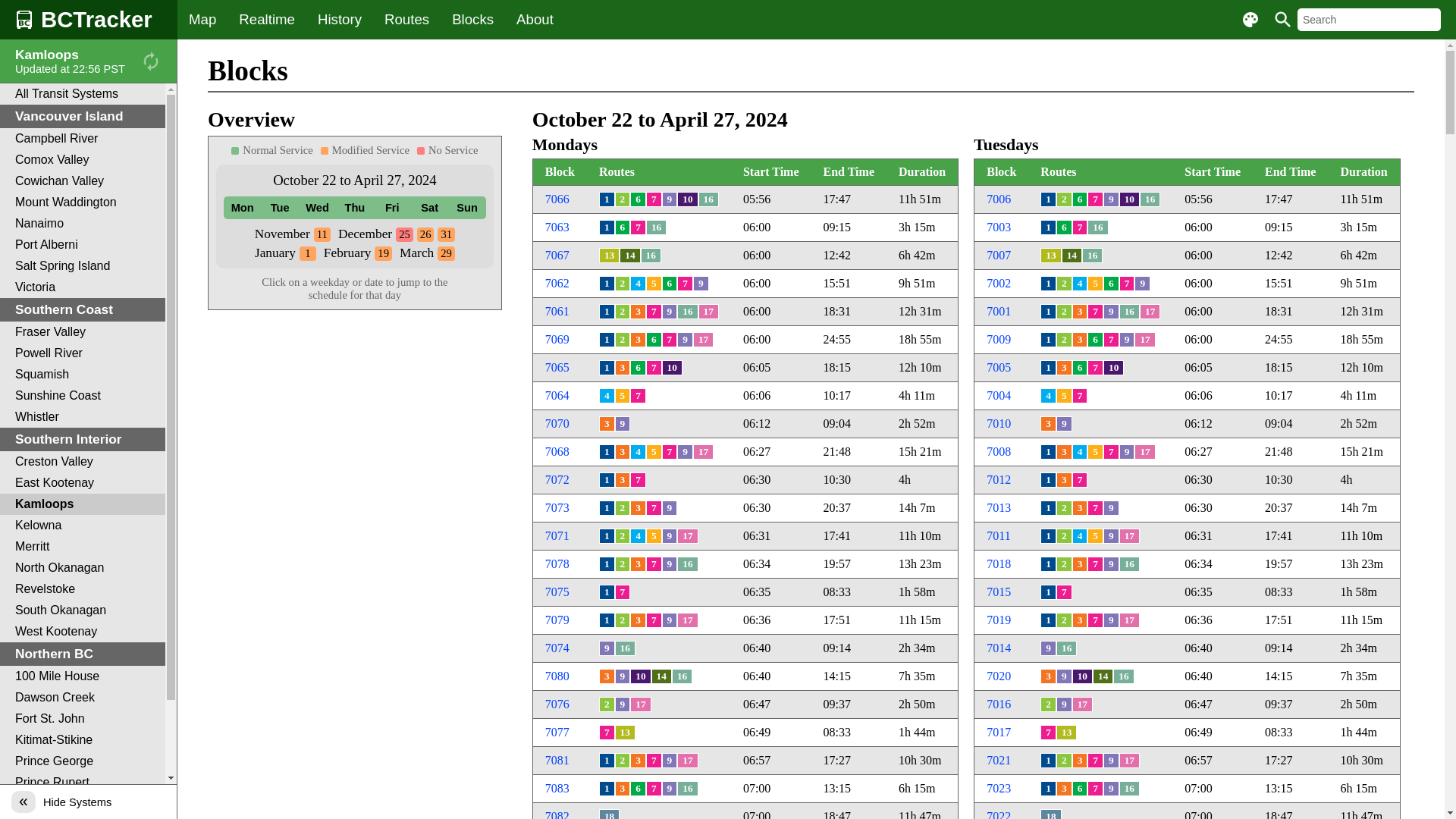  What do you see at coordinates (545, 367) in the screenshot?
I see `'7065'` at bounding box center [545, 367].